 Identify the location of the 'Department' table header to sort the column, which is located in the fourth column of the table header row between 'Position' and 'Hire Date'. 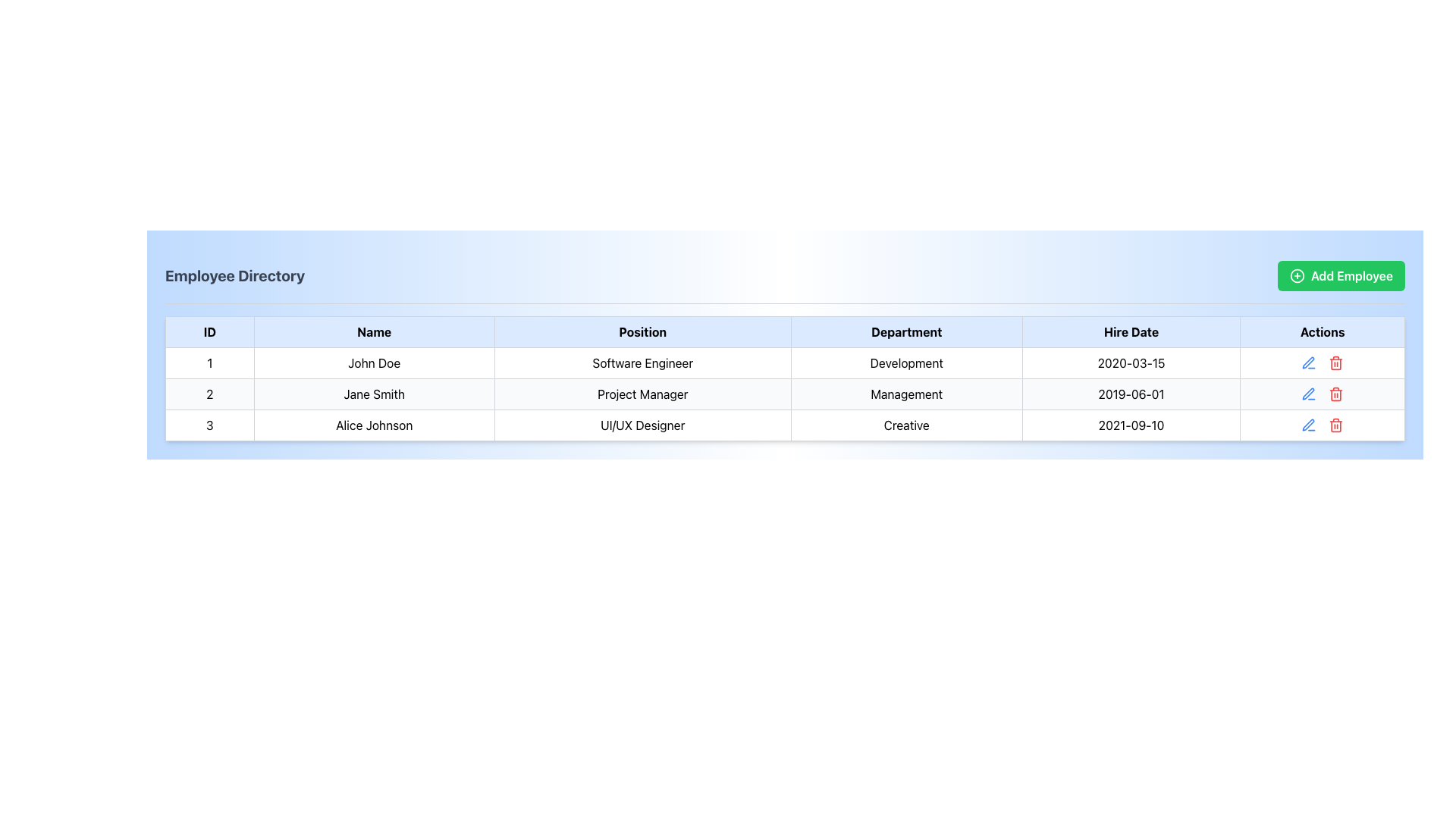
(906, 331).